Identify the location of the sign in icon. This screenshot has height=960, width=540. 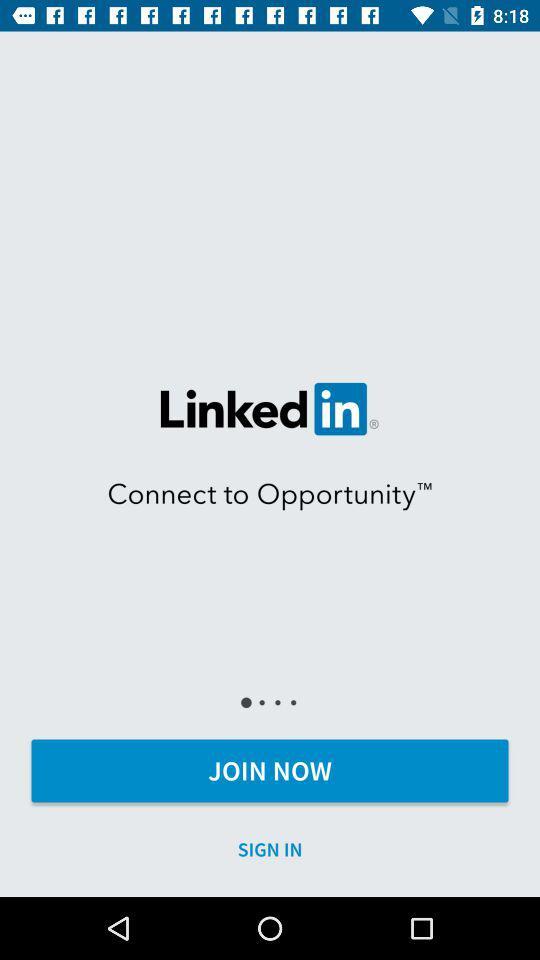
(270, 848).